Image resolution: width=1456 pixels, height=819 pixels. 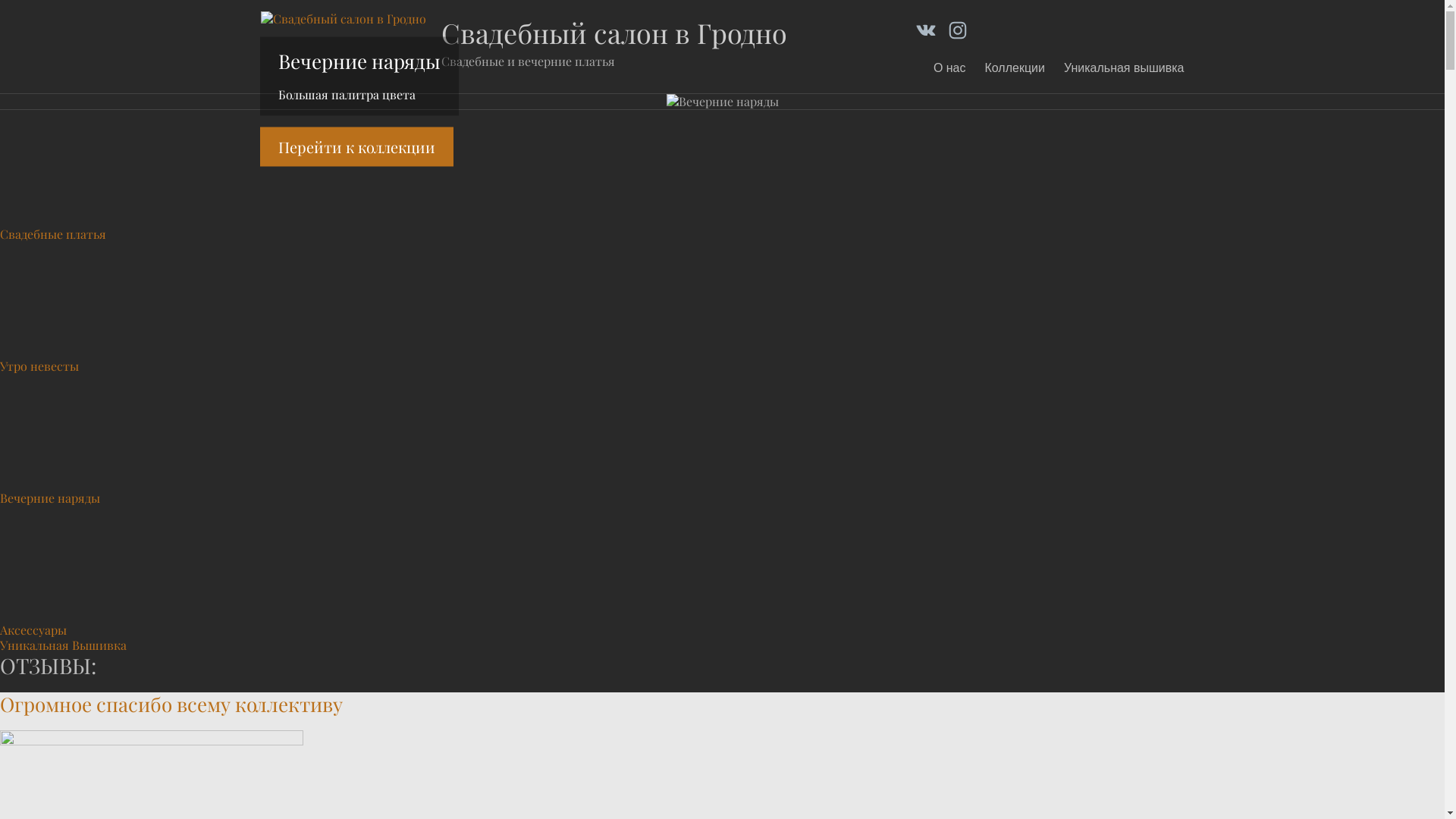 What do you see at coordinates (946, 30) in the screenshot?
I see `'Instagram'` at bounding box center [946, 30].